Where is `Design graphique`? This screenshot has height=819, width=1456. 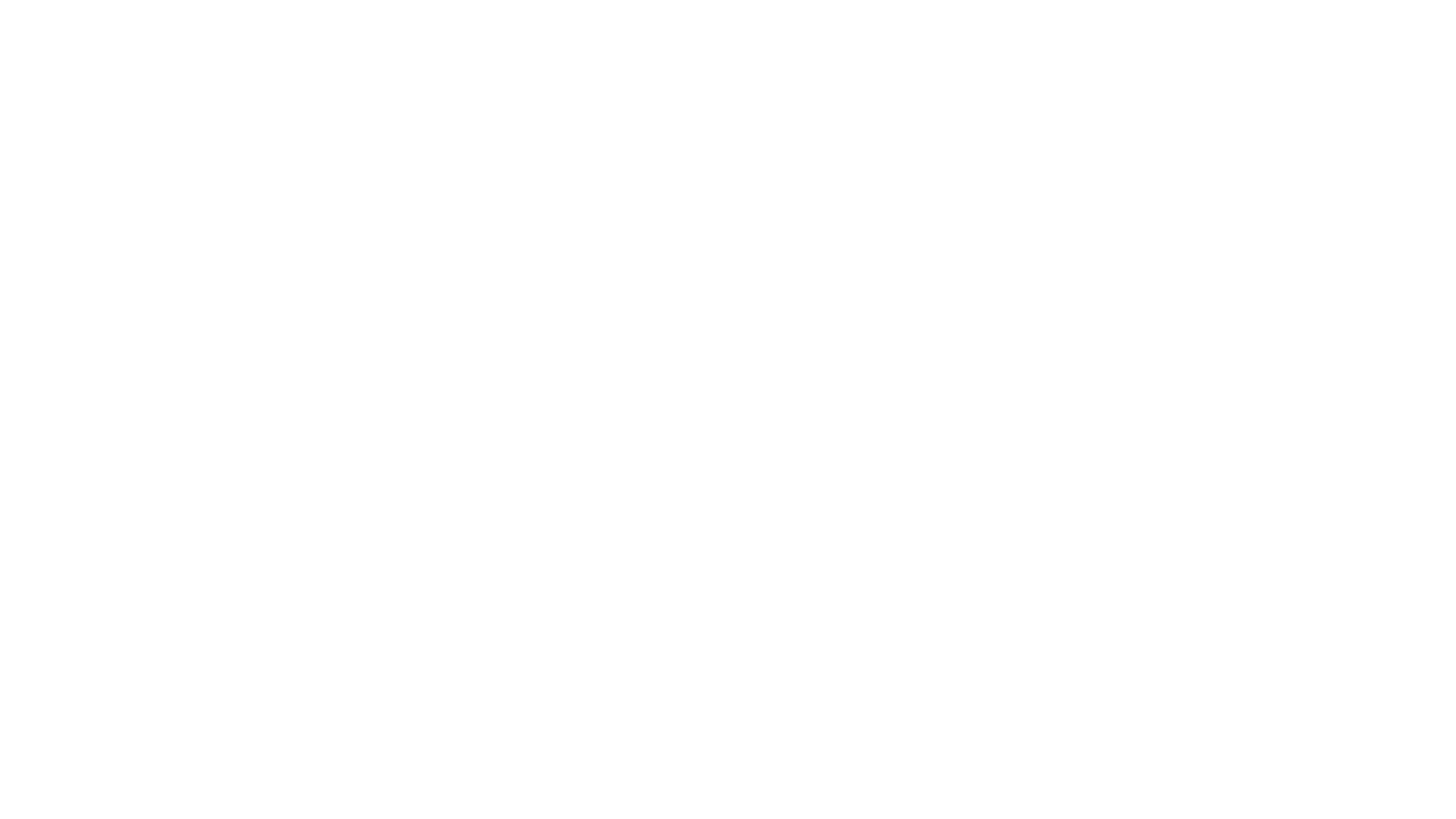
Design graphique is located at coordinates (656, 127).